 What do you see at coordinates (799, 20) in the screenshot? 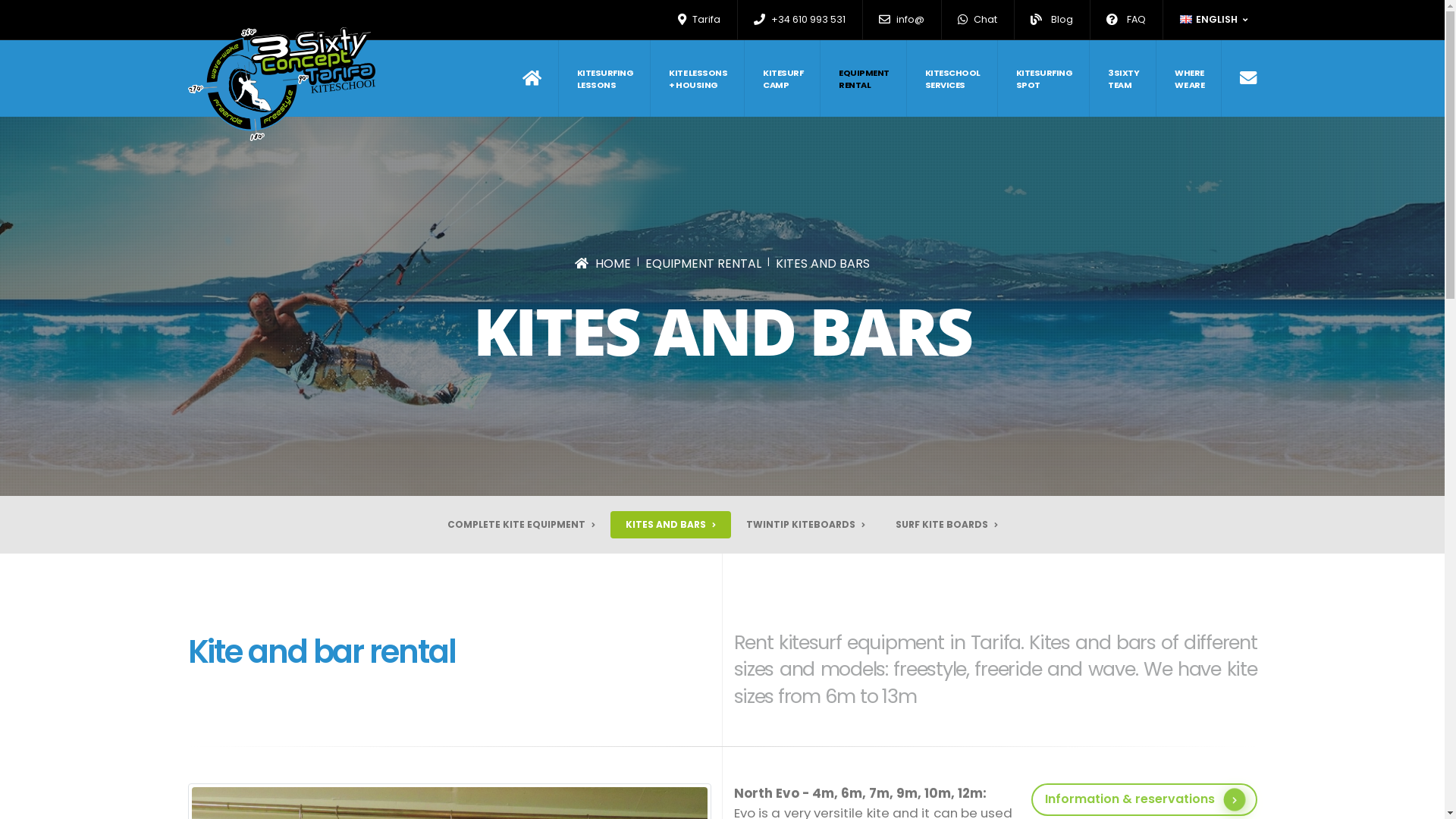
I see `'+34 610 993 531'` at bounding box center [799, 20].